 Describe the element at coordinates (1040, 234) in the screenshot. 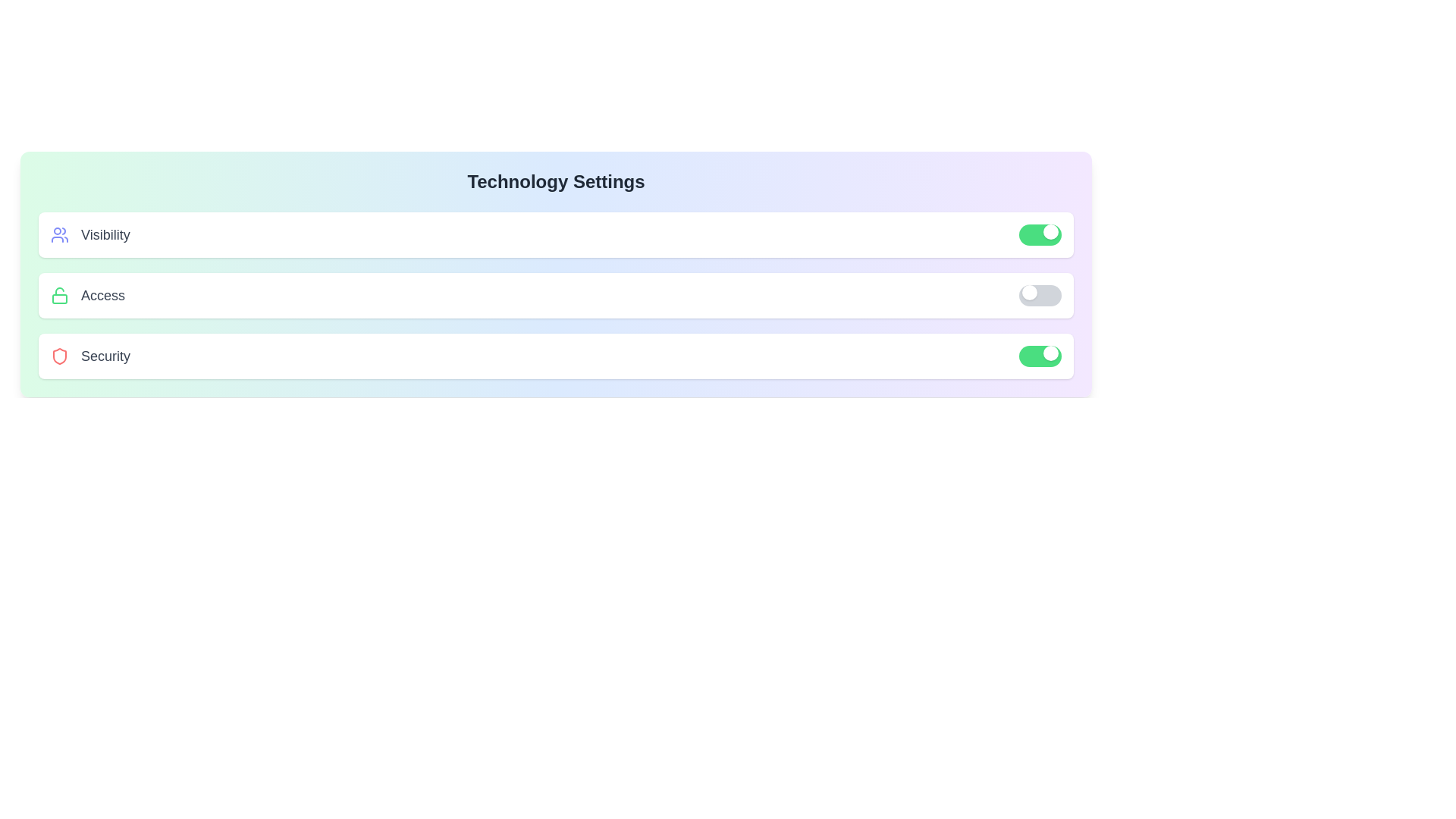

I see `toggle switch for visibility to change its state` at that location.